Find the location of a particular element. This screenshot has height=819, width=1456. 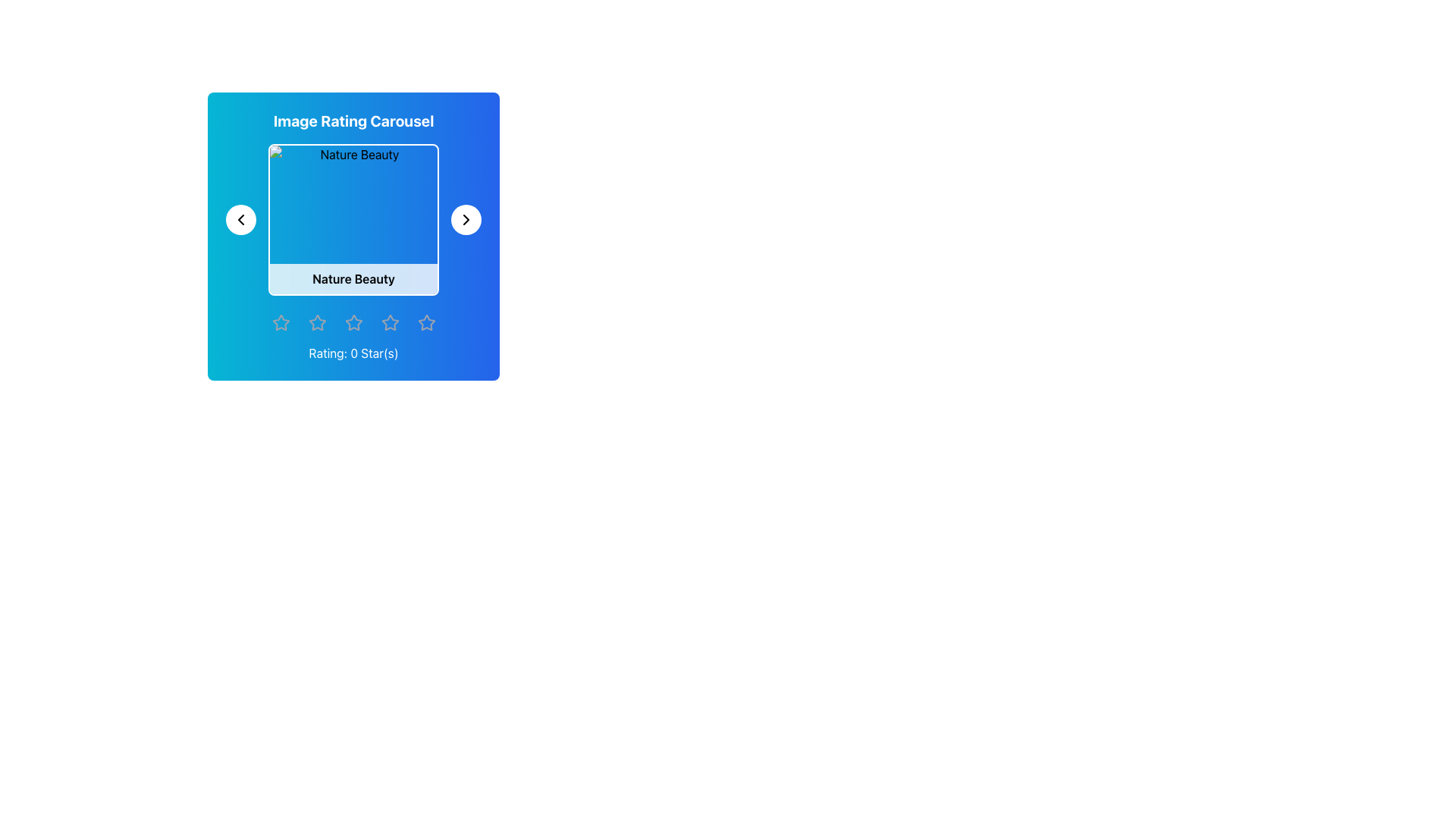

the sixth star icon, which is an outline gray star in a sequence of six stars is located at coordinates (425, 322).